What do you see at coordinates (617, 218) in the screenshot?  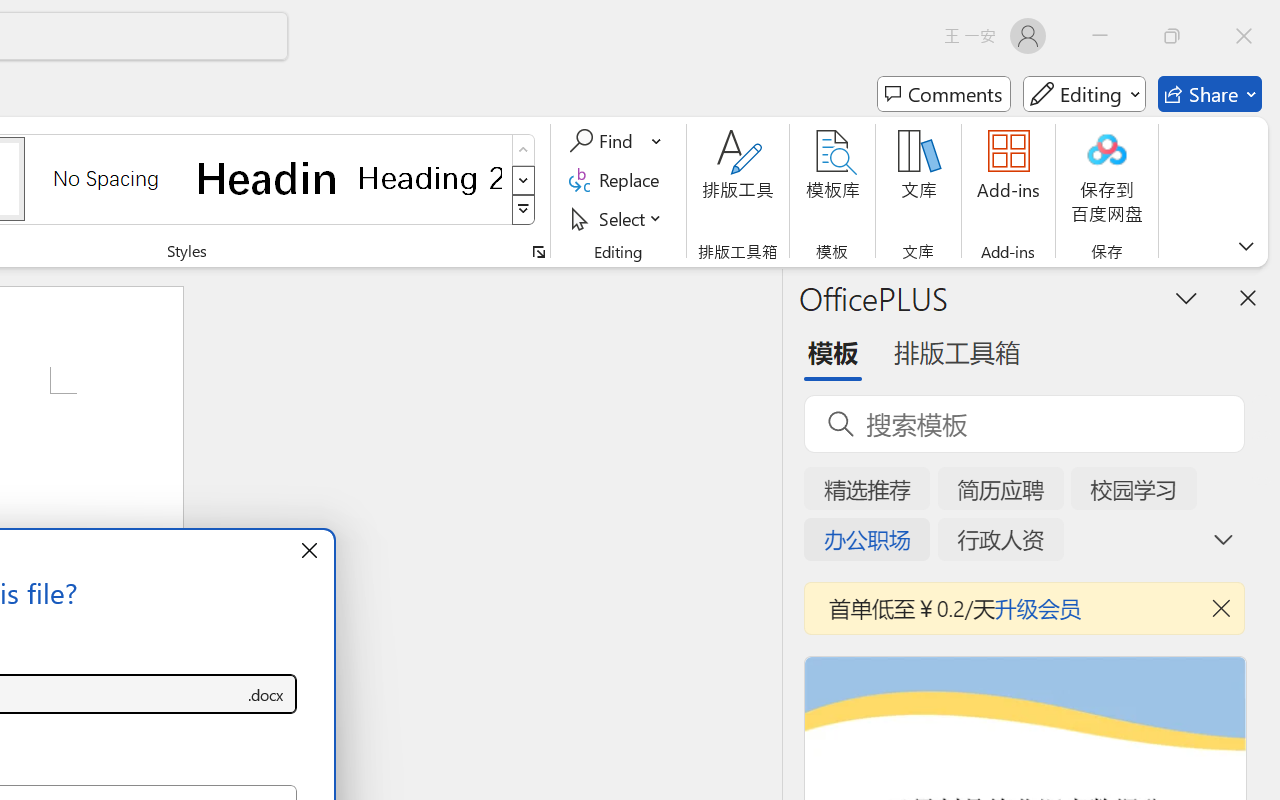 I see `'Select'` at bounding box center [617, 218].